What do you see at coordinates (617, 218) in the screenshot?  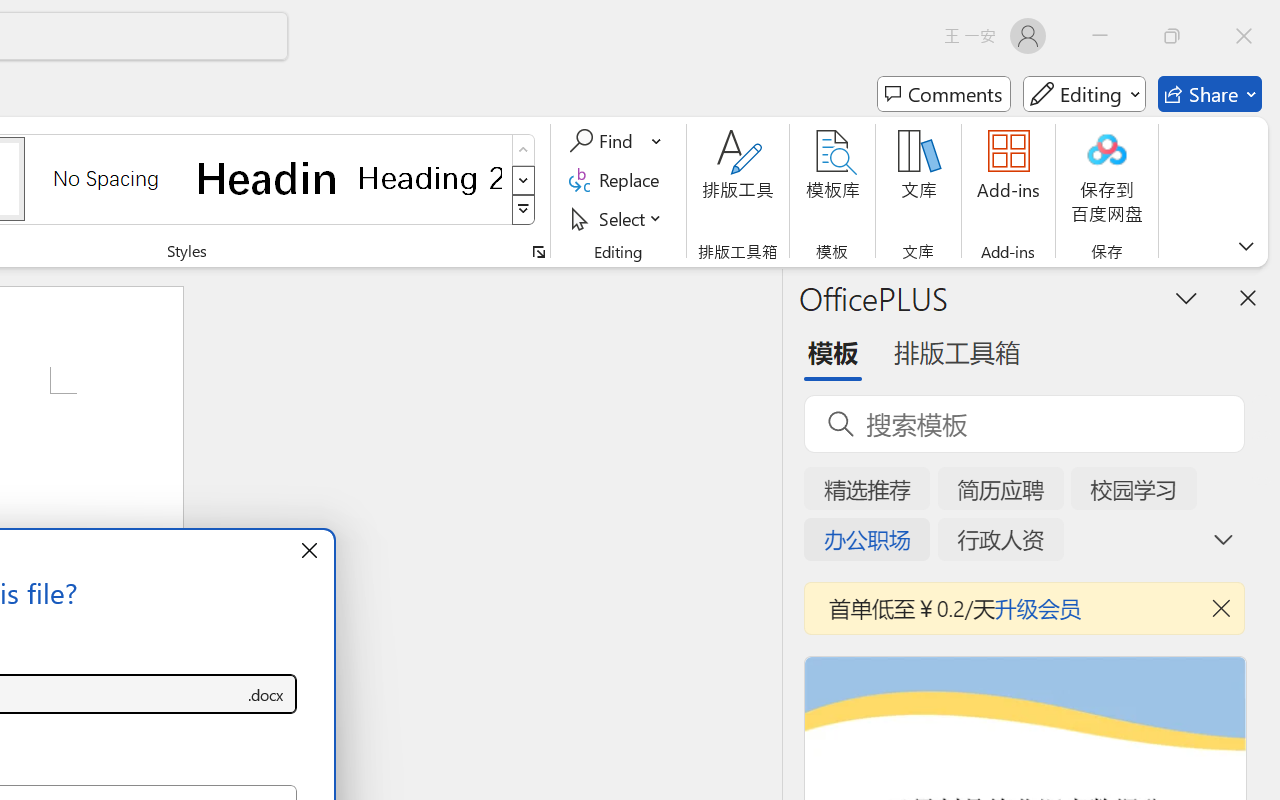 I see `'Select'` at bounding box center [617, 218].